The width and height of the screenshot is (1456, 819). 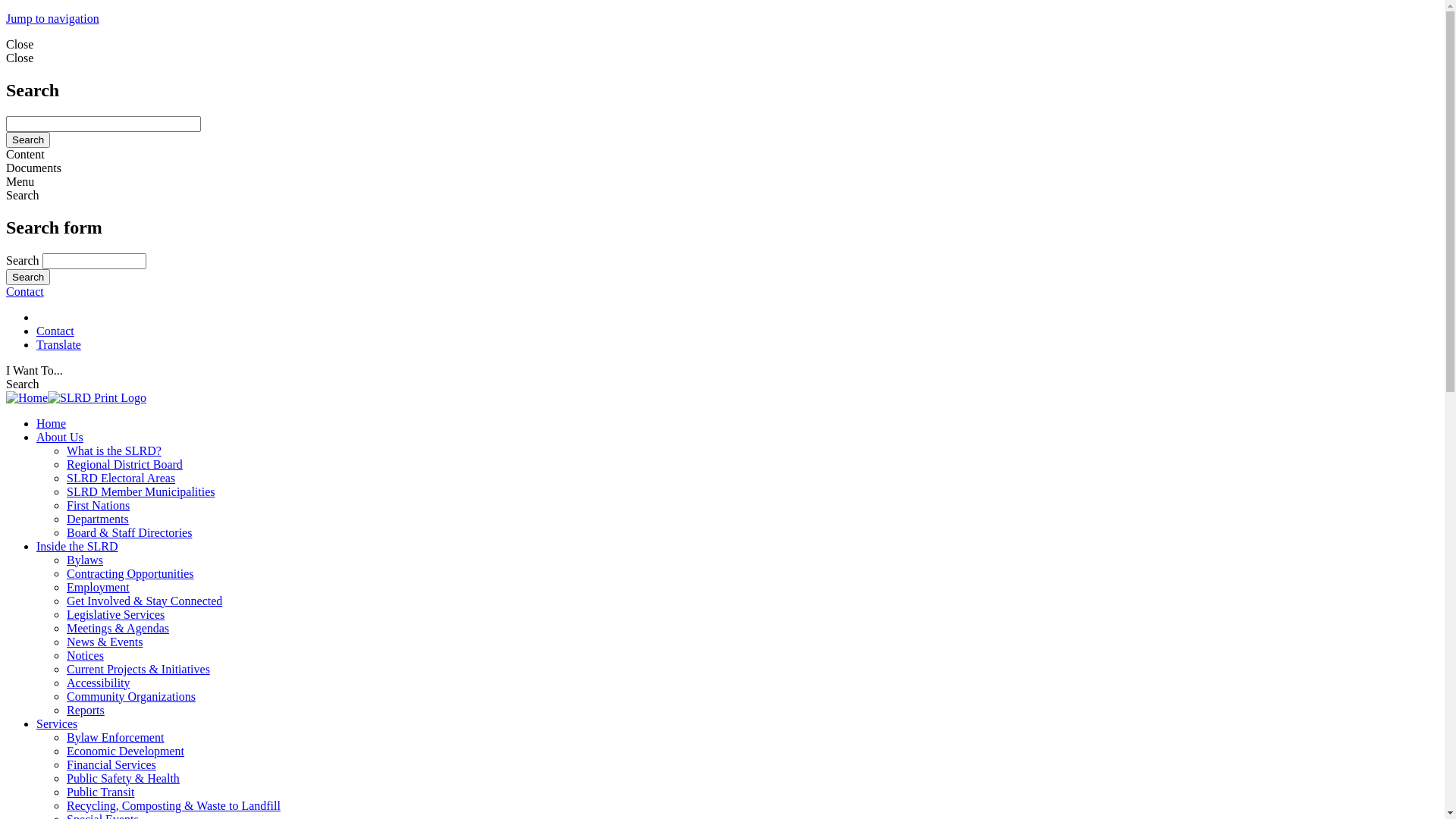 What do you see at coordinates (124, 463) in the screenshot?
I see `'Regional District Board'` at bounding box center [124, 463].